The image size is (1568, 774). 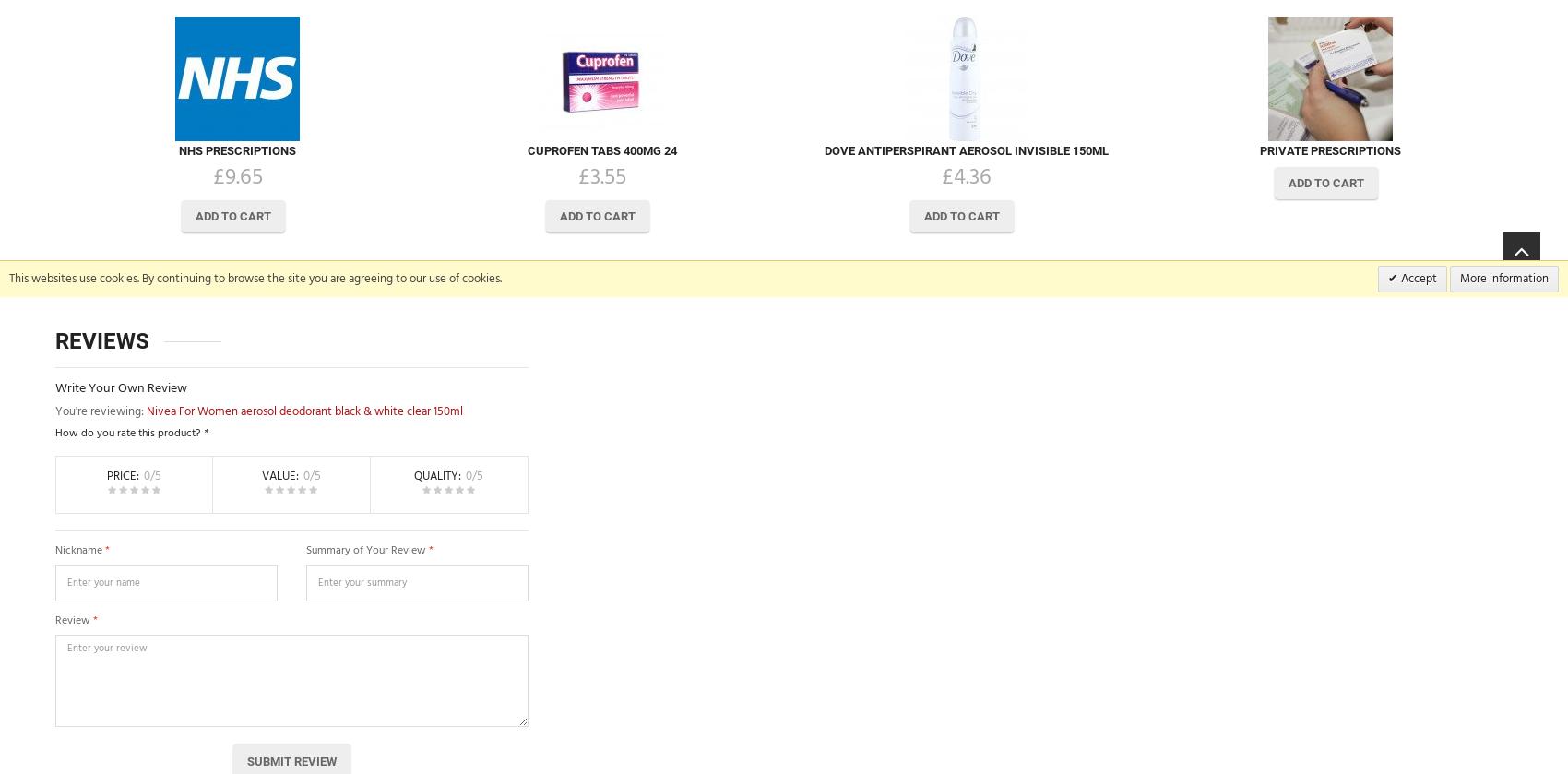 What do you see at coordinates (100, 410) in the screenshot?
I see `'You're reviewing:'` at bounding box center [100, 410].